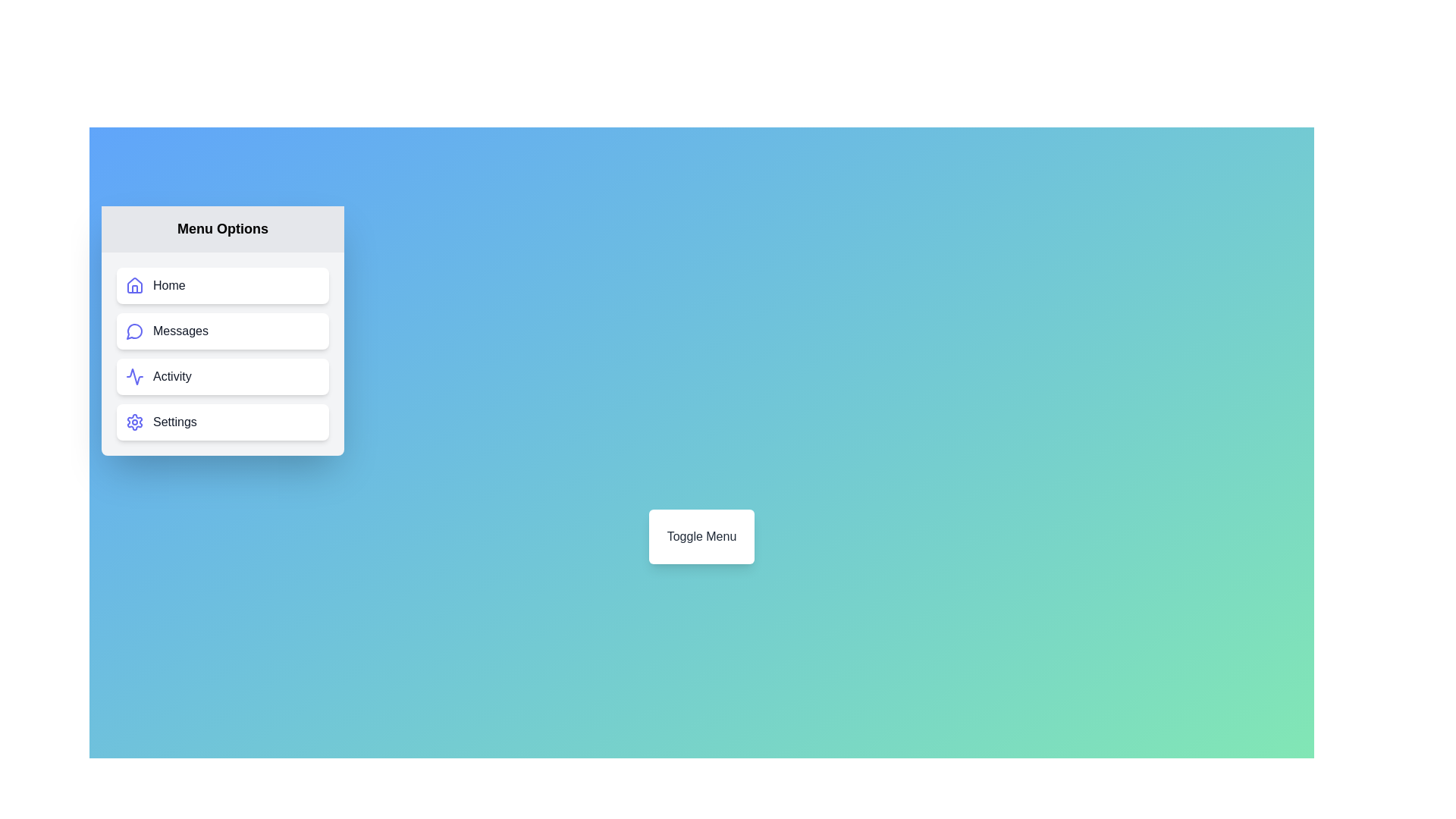 This screenshot has width=1456, height=819. What do you see at coordinates (221, 376) in the screenshot?
I see `the menu item labeled Activity to observe its hover effect` at bounding box center [221, 376].